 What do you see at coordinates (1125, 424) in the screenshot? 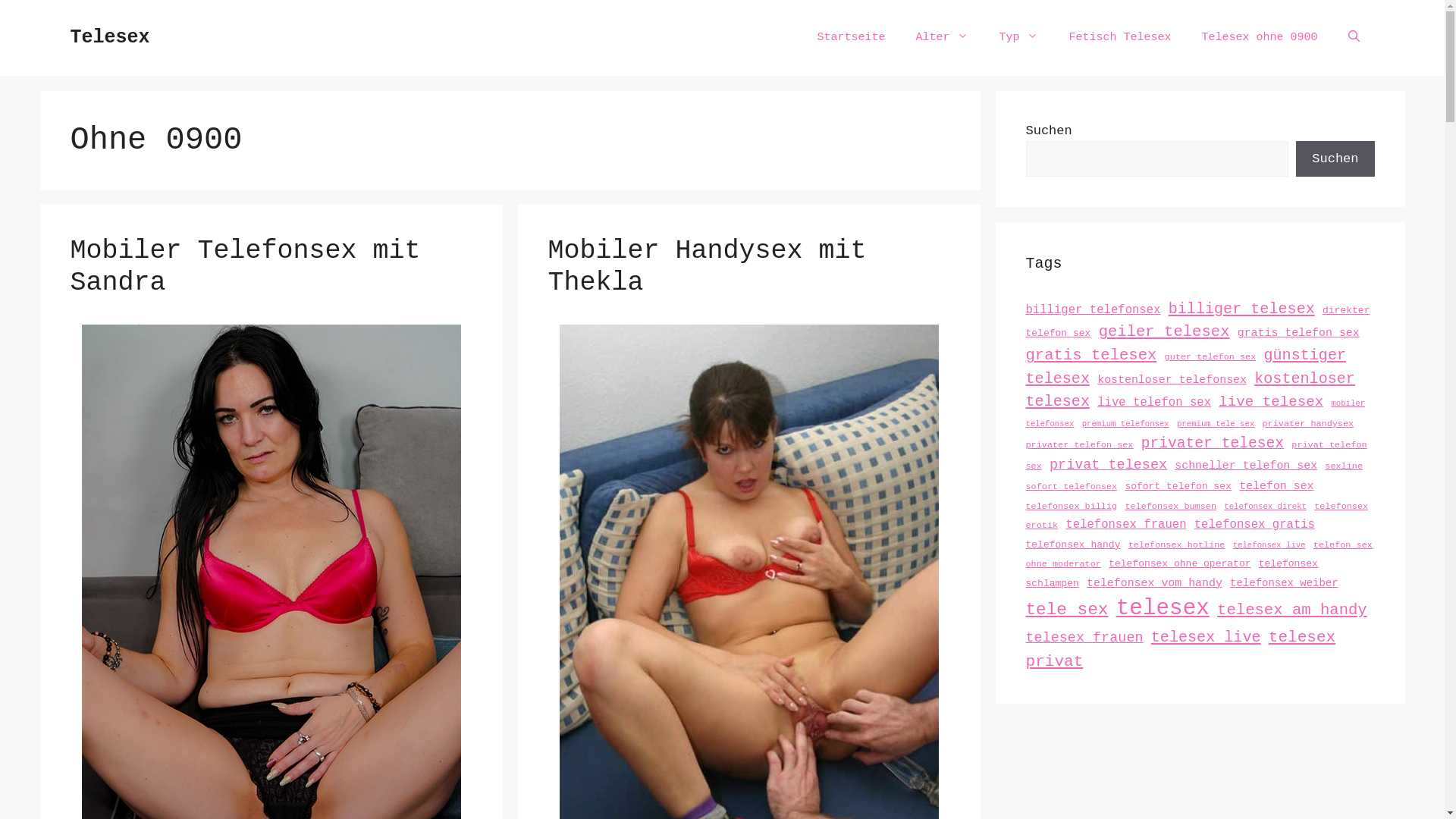
I see `'premium telefonsex'` at bounding box center [1125, 424].